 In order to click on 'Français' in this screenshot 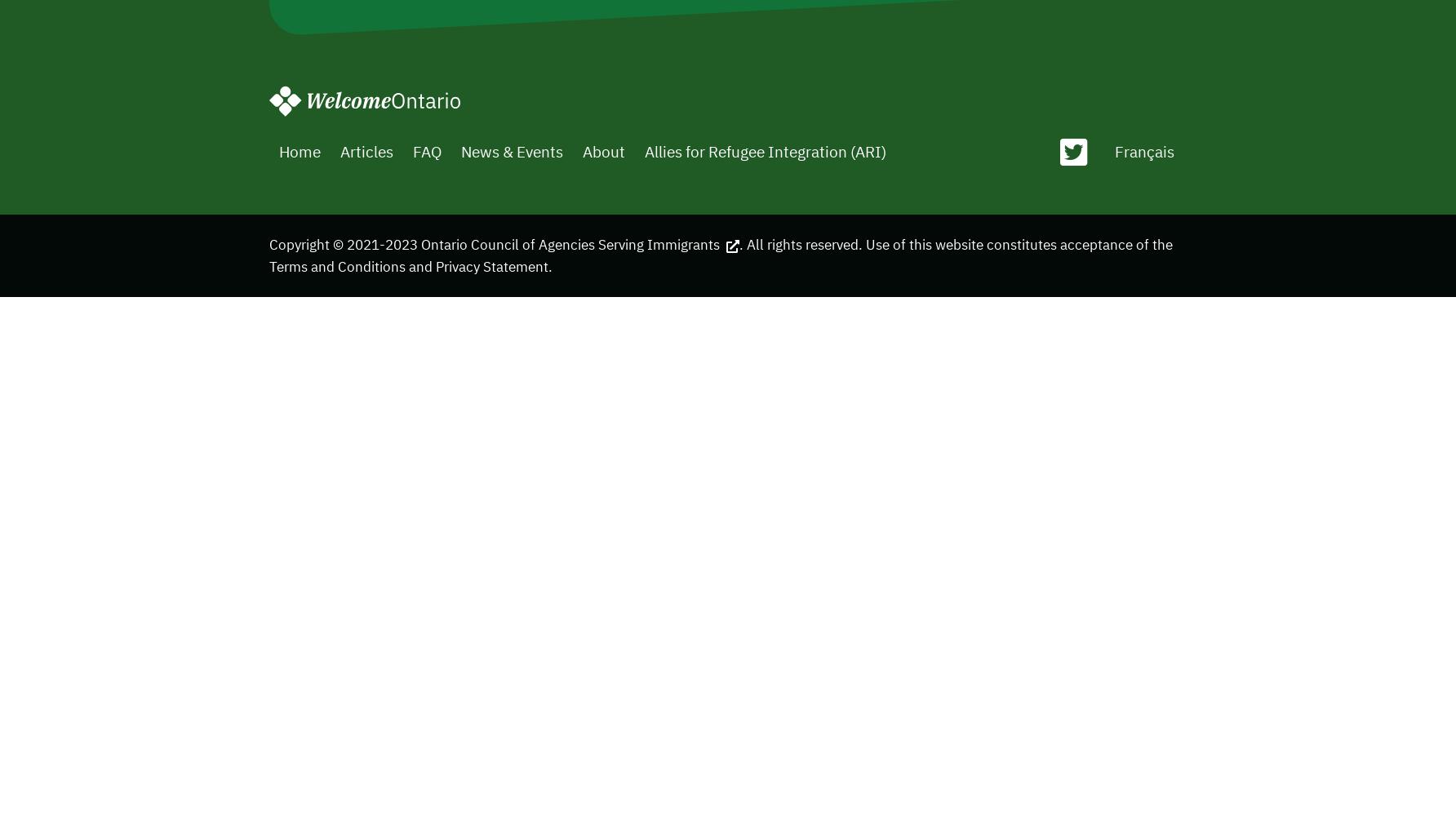, I will do `click(1143, 150)`.